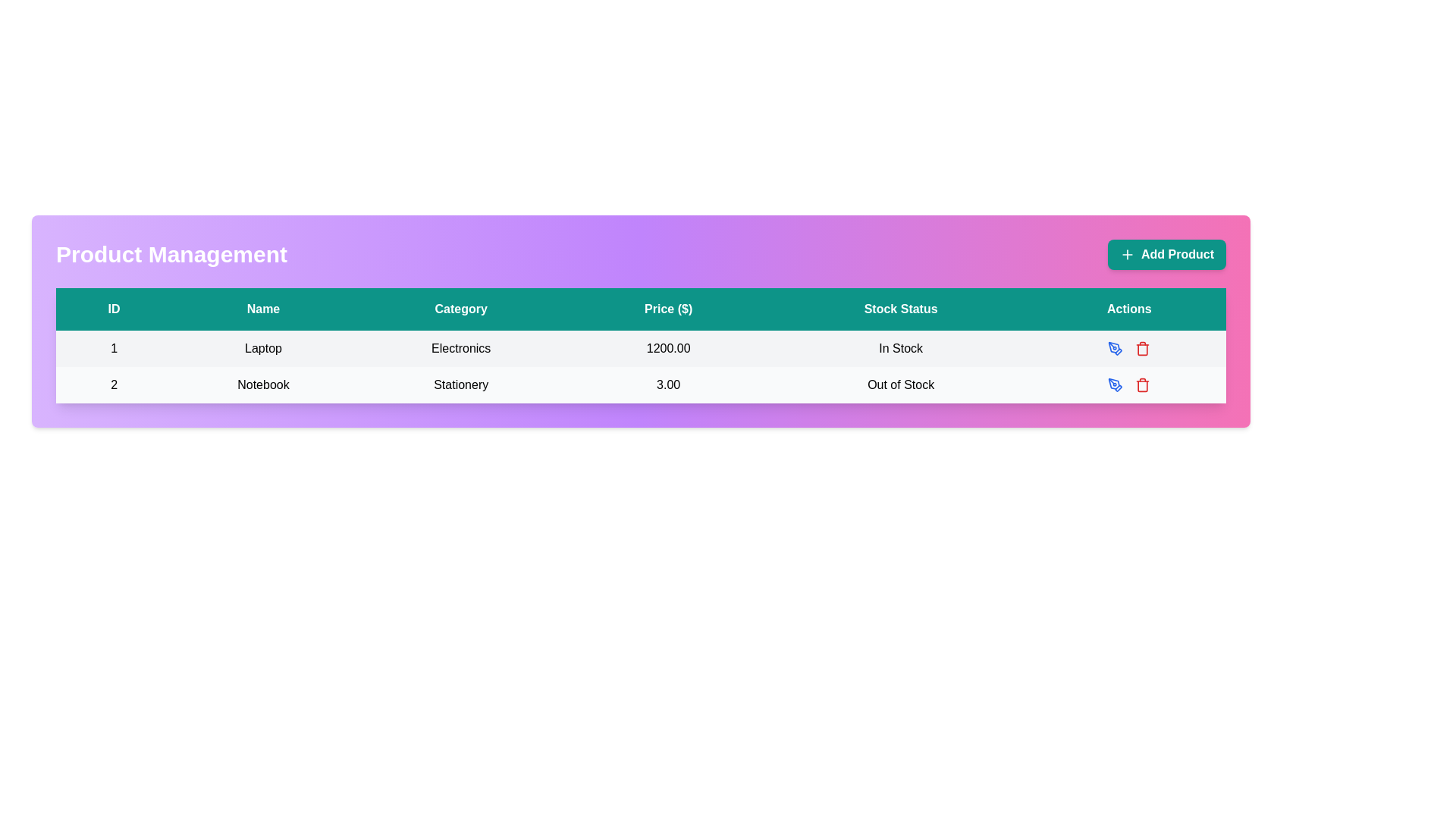  Describe the element at coordinates (1116, 348) in the screenshot. I see `the edit button located in the 'Actions' column of the second row in the product management table to modify the product details` at that location.